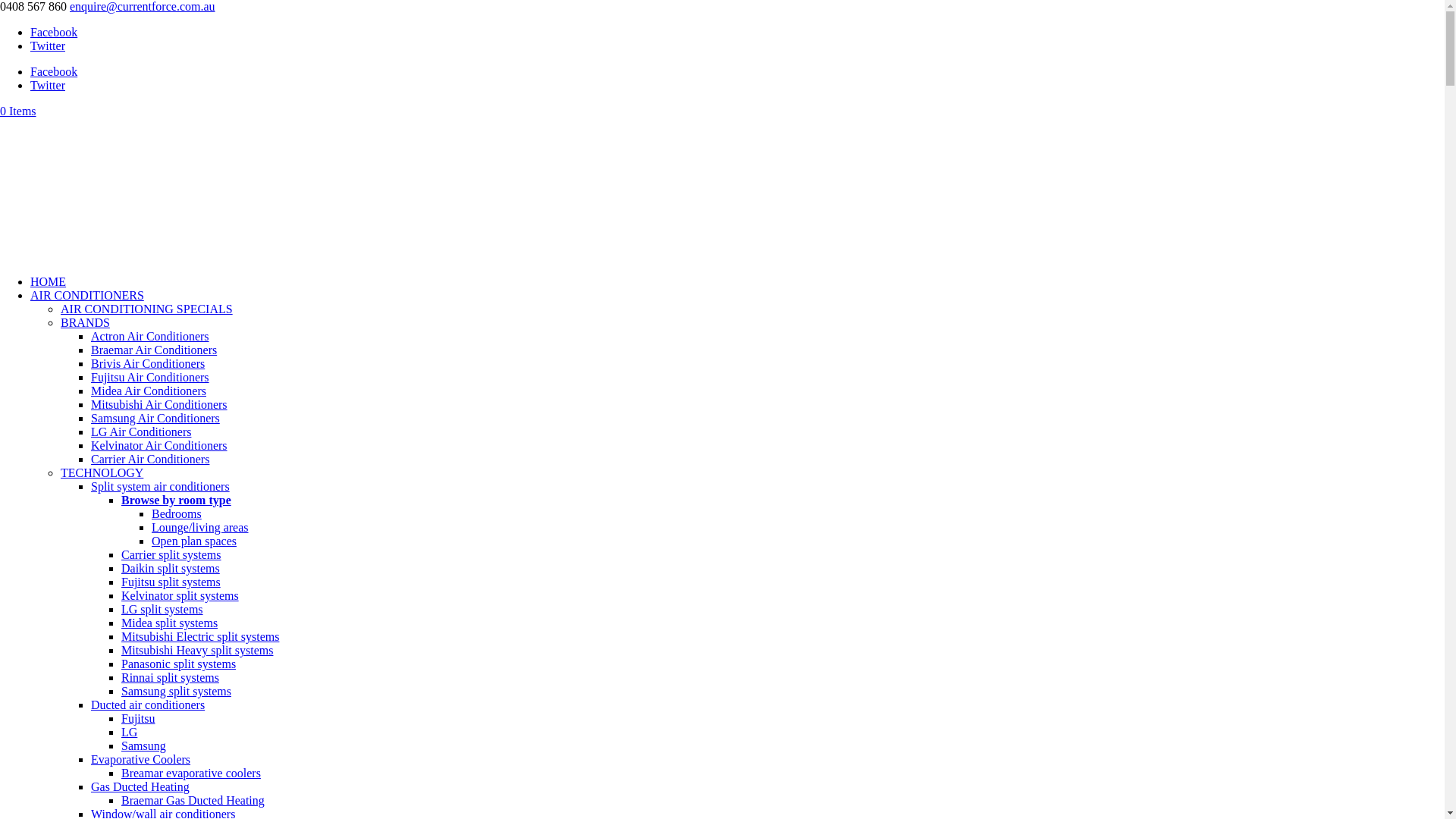 The image size is (1456, 819). I want to click on 'Facebook', so click(30, 32).